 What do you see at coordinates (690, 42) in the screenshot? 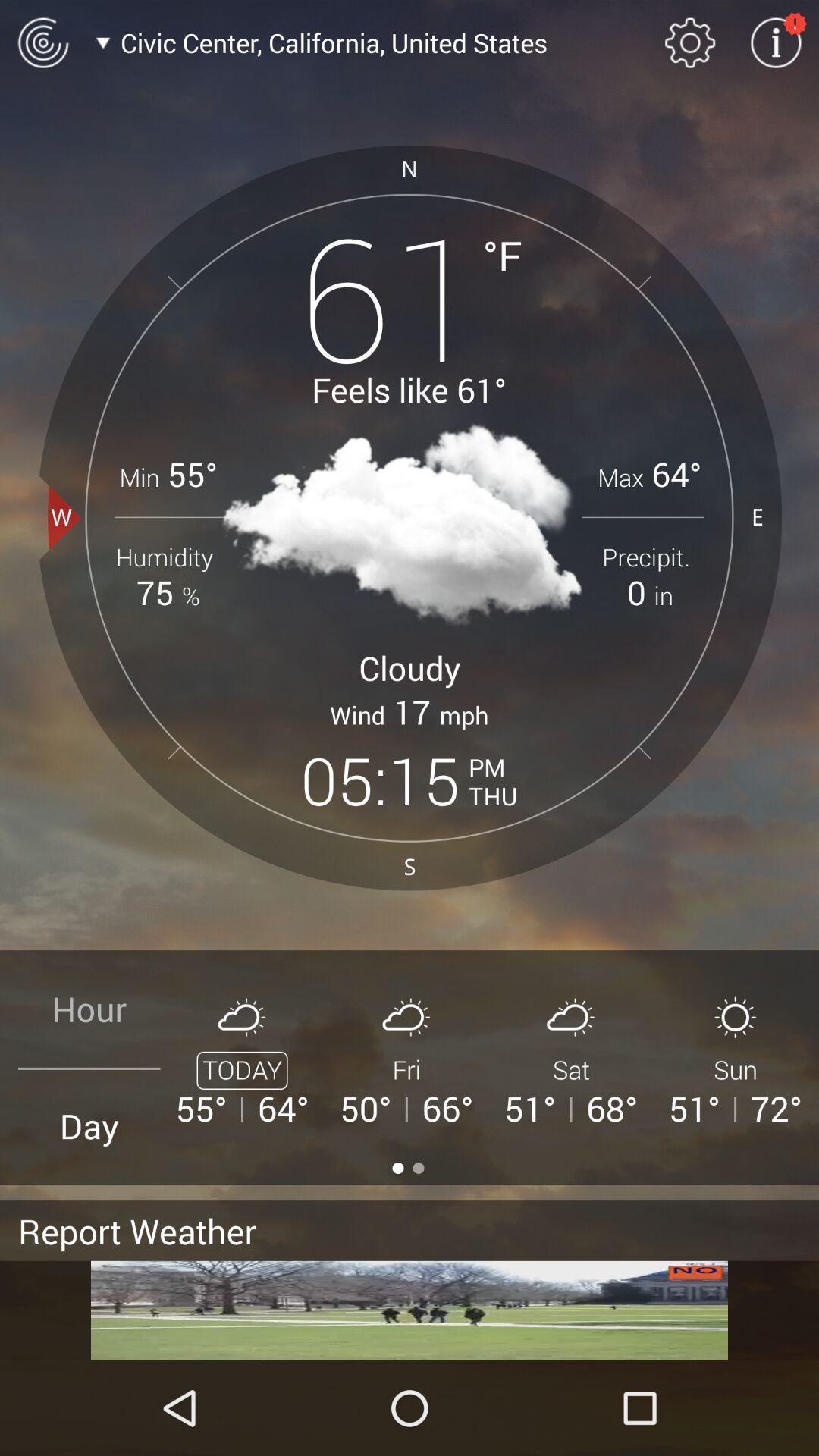
I see `settings` at bounding box center [690, 42].